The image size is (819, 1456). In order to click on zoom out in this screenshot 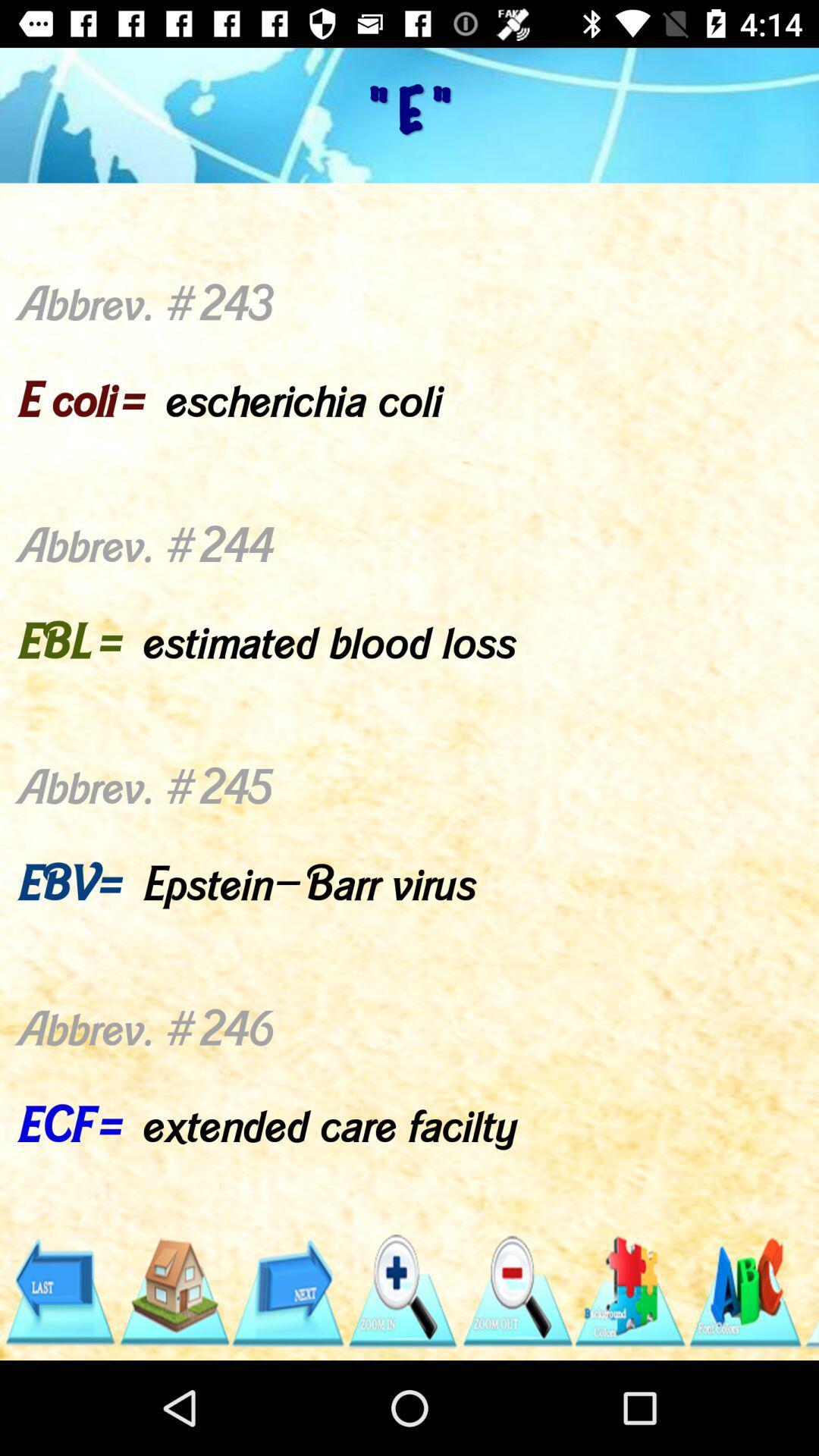, I will do `click(516, 1291)`.